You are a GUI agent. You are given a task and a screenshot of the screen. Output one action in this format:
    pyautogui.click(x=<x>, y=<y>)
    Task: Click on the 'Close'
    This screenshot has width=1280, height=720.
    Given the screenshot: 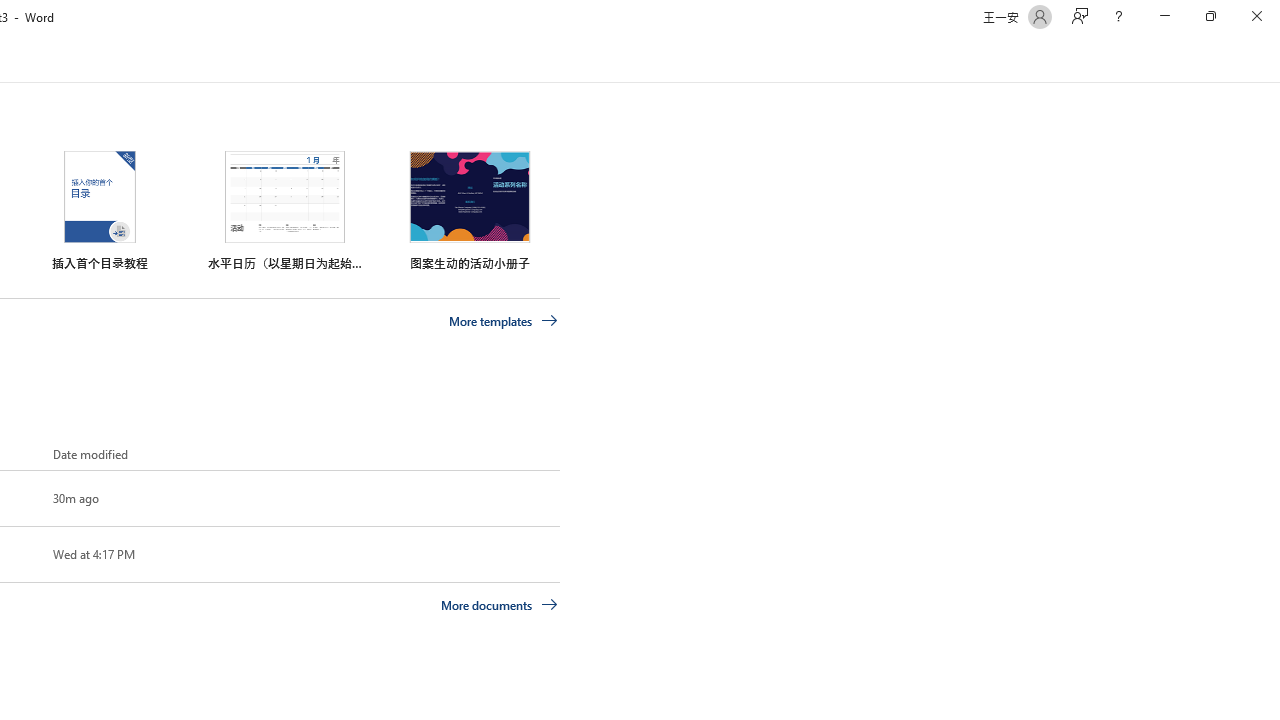 What is the action you would take?
    pyautogui.click(x=1255, y=16)
    